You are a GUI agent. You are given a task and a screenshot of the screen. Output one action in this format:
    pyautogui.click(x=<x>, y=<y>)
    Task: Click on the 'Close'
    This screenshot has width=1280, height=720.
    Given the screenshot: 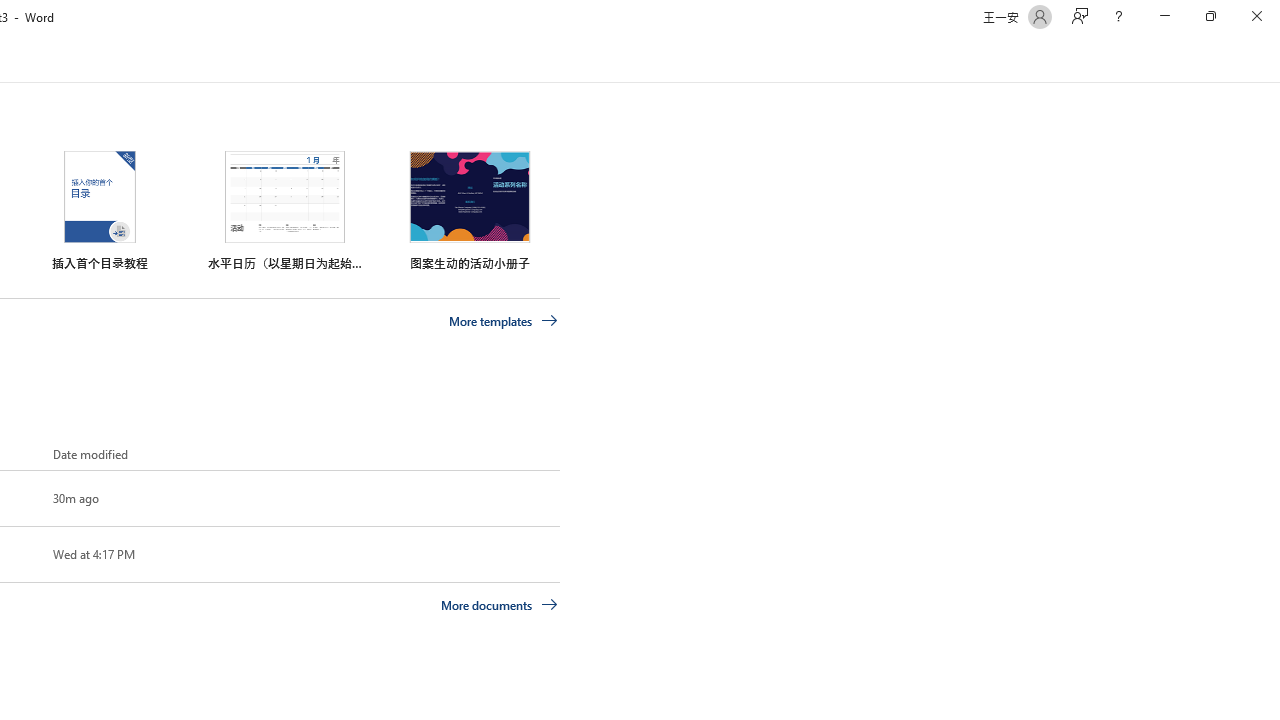 What is the action you would take?
    pyautogui.click(x=1255, y=16)
    